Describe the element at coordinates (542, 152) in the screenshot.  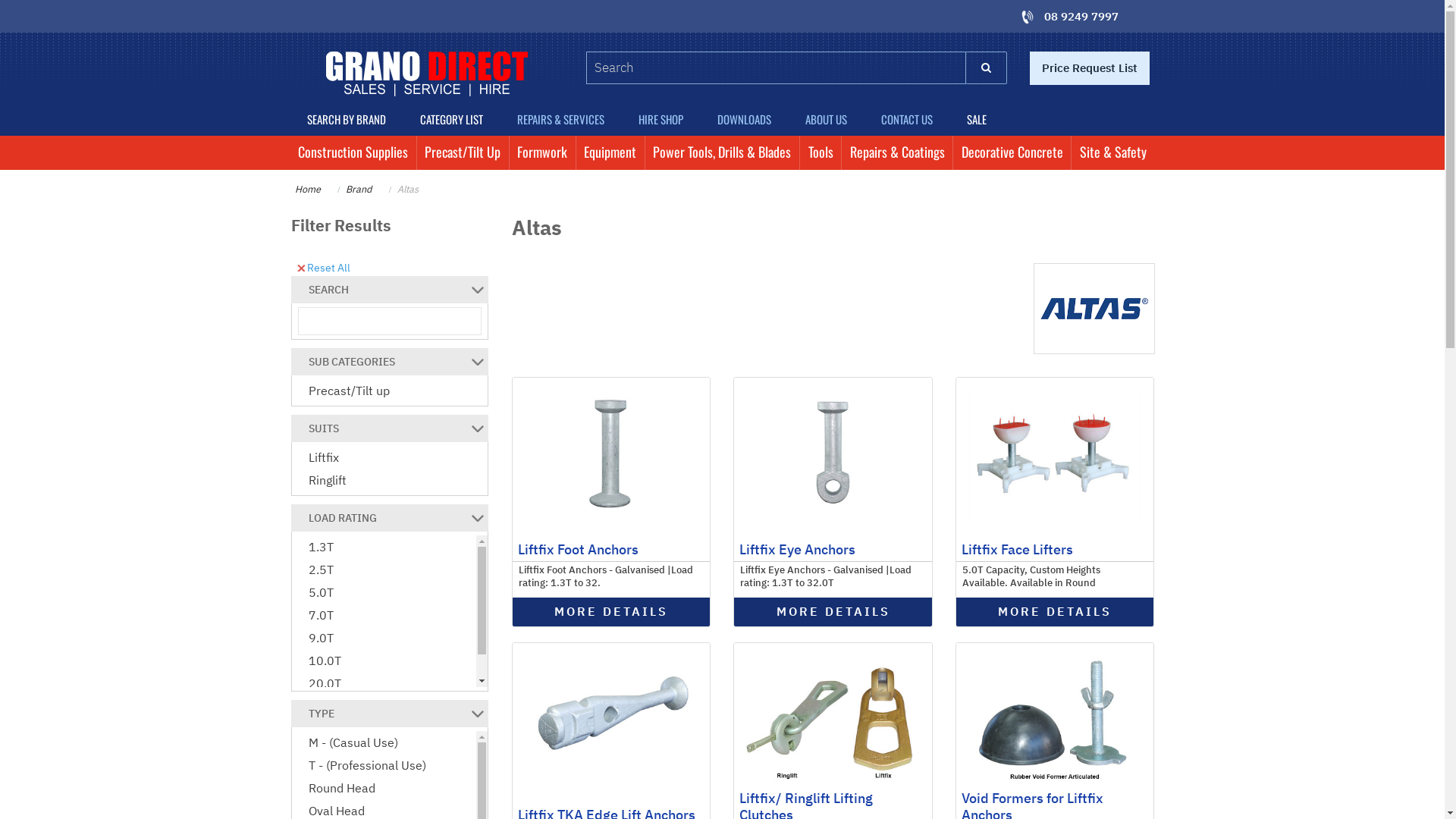
I see `'Formwork'` at that location.